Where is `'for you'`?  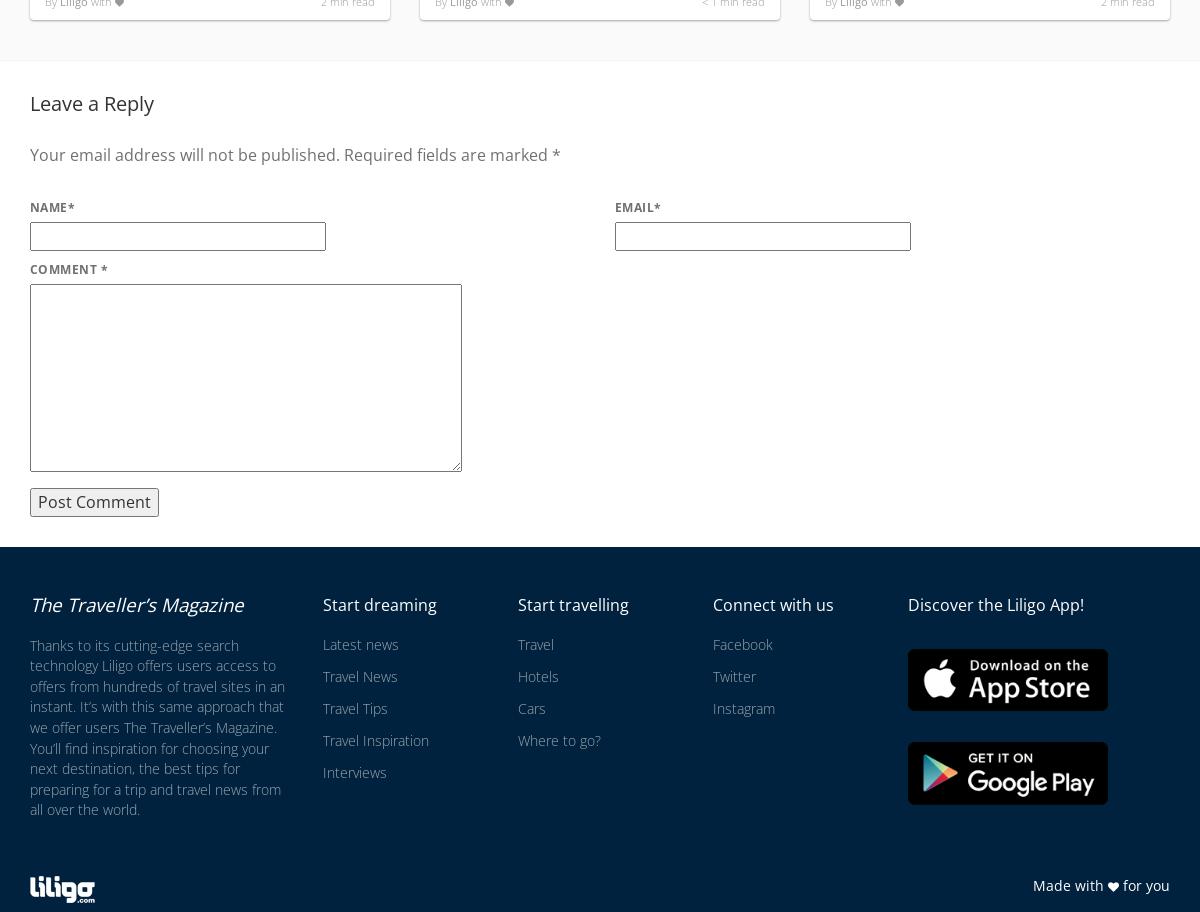
'for you' is located at coordinates (1143, 883).